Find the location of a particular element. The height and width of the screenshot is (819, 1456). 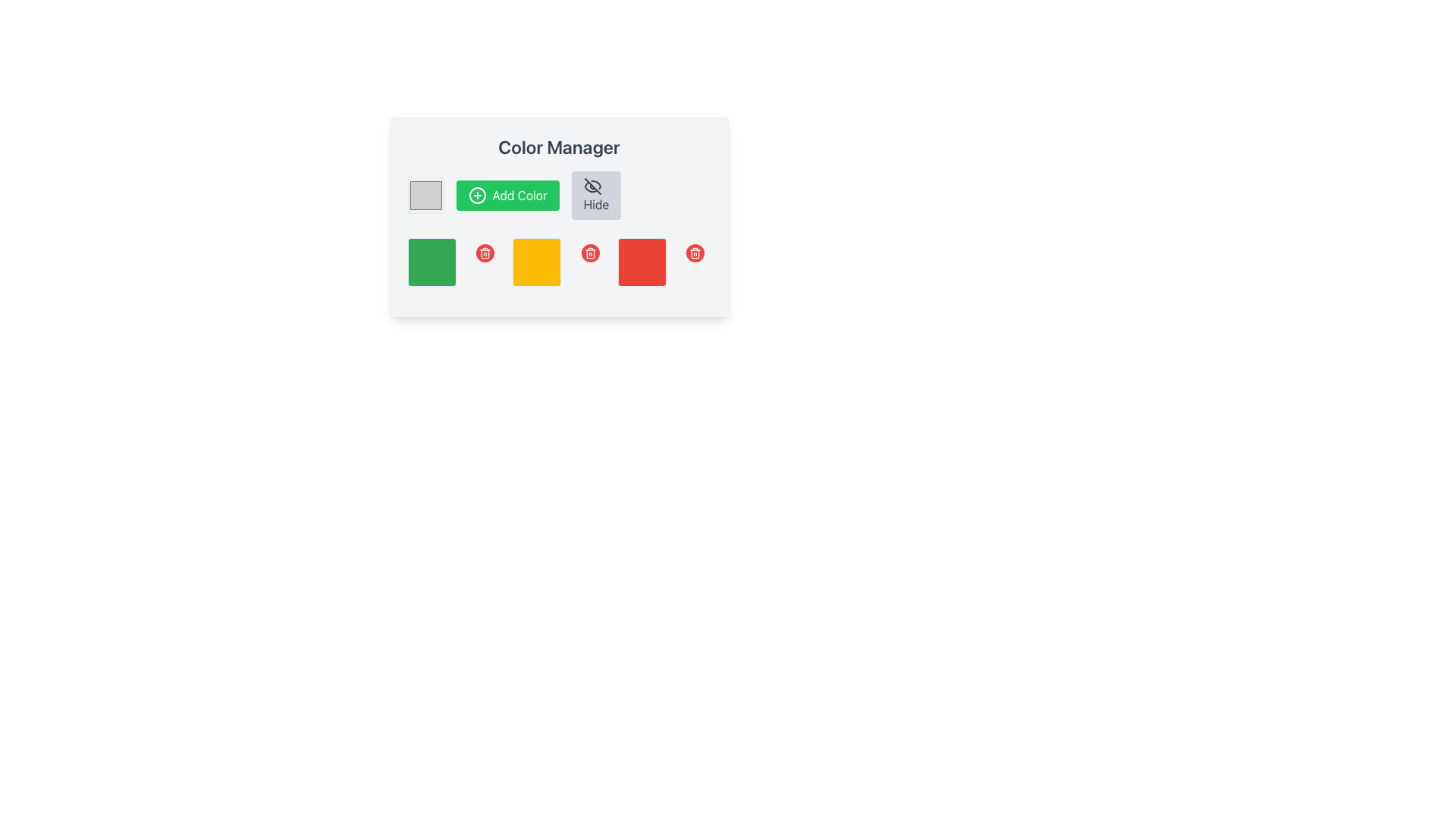

the static display box representing a color selection option in the Color Manager section, located in the middle row among three square boxes is located at coordinates (537, 262).